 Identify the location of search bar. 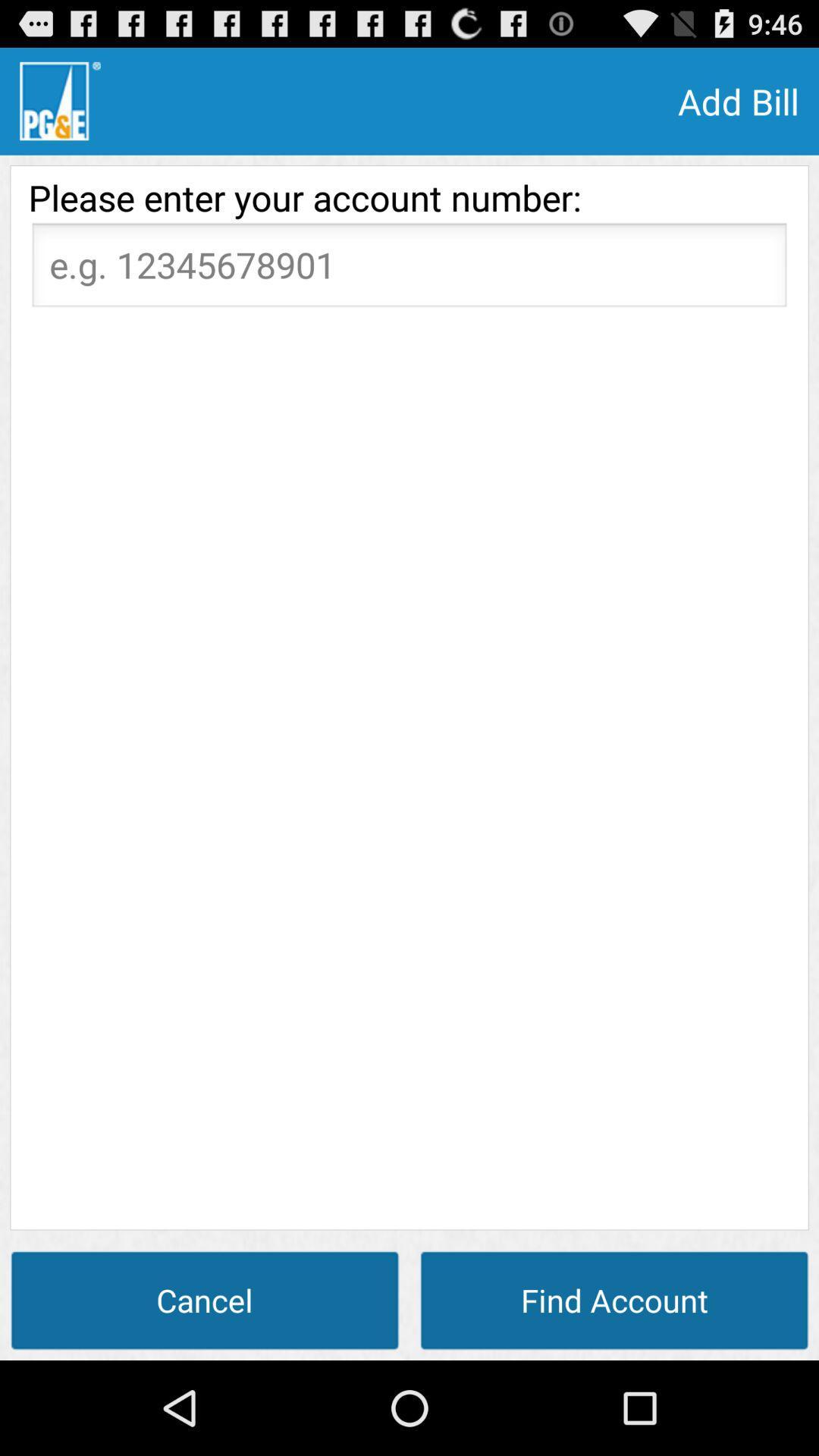
(409, 269).